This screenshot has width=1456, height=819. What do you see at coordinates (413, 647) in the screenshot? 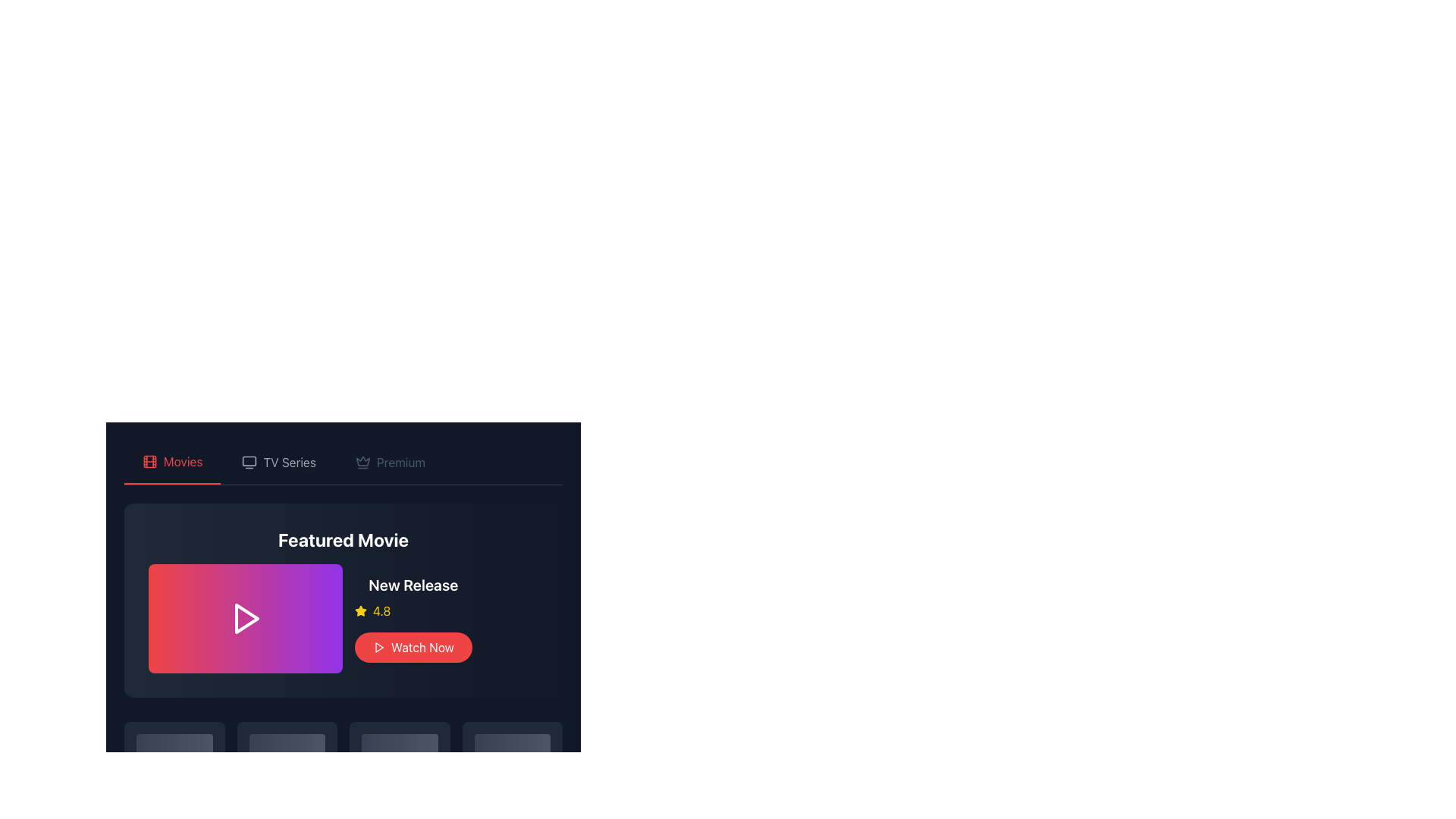
I see `the red 'Watch Now' button with rounded edges, featuring a play icon on the left, located below the '4.8' rating in the 'New Release' section` at bounding box center [413, 647].